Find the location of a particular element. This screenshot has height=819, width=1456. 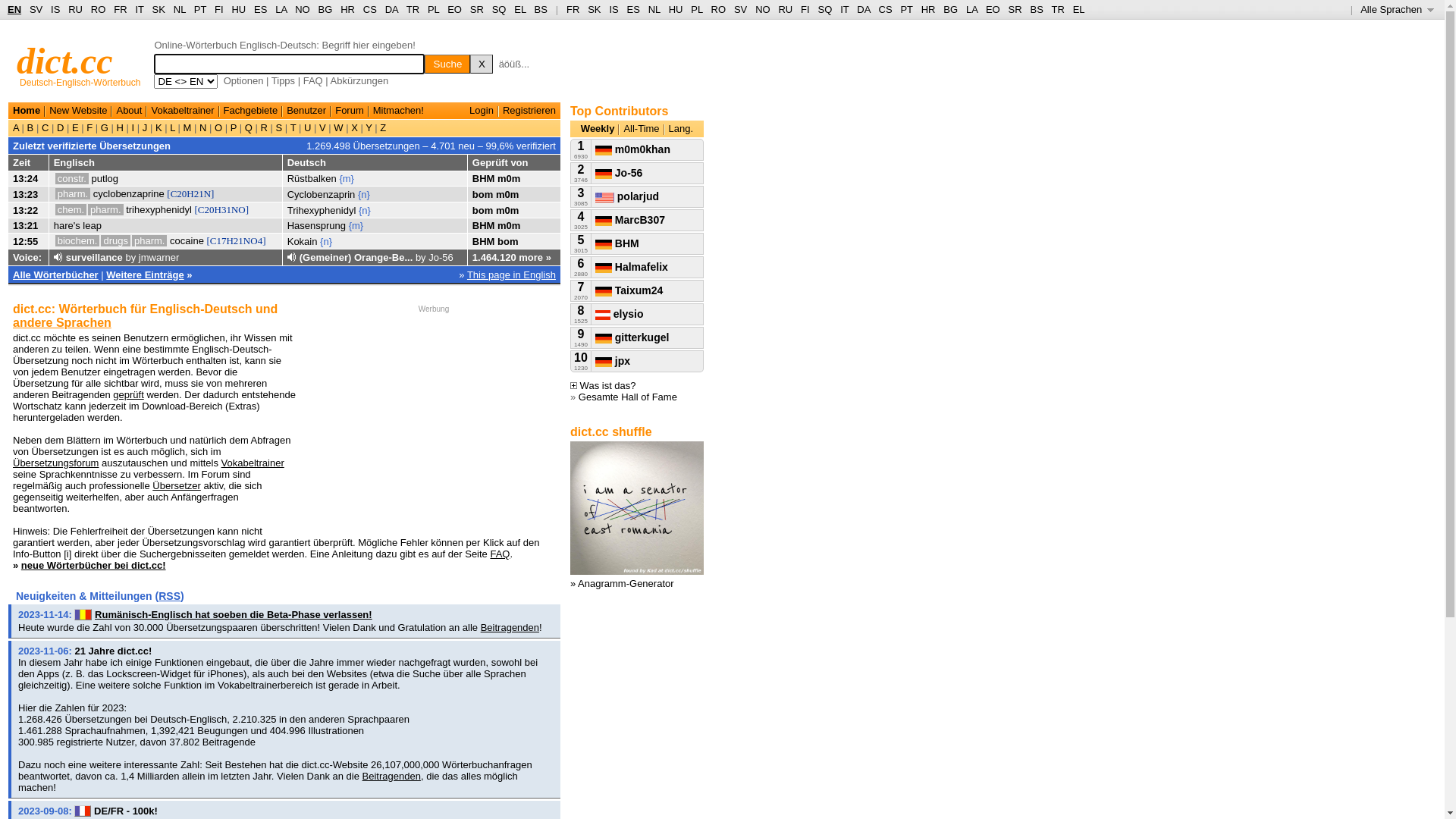

'DA' is located at coordinates (863, 9).